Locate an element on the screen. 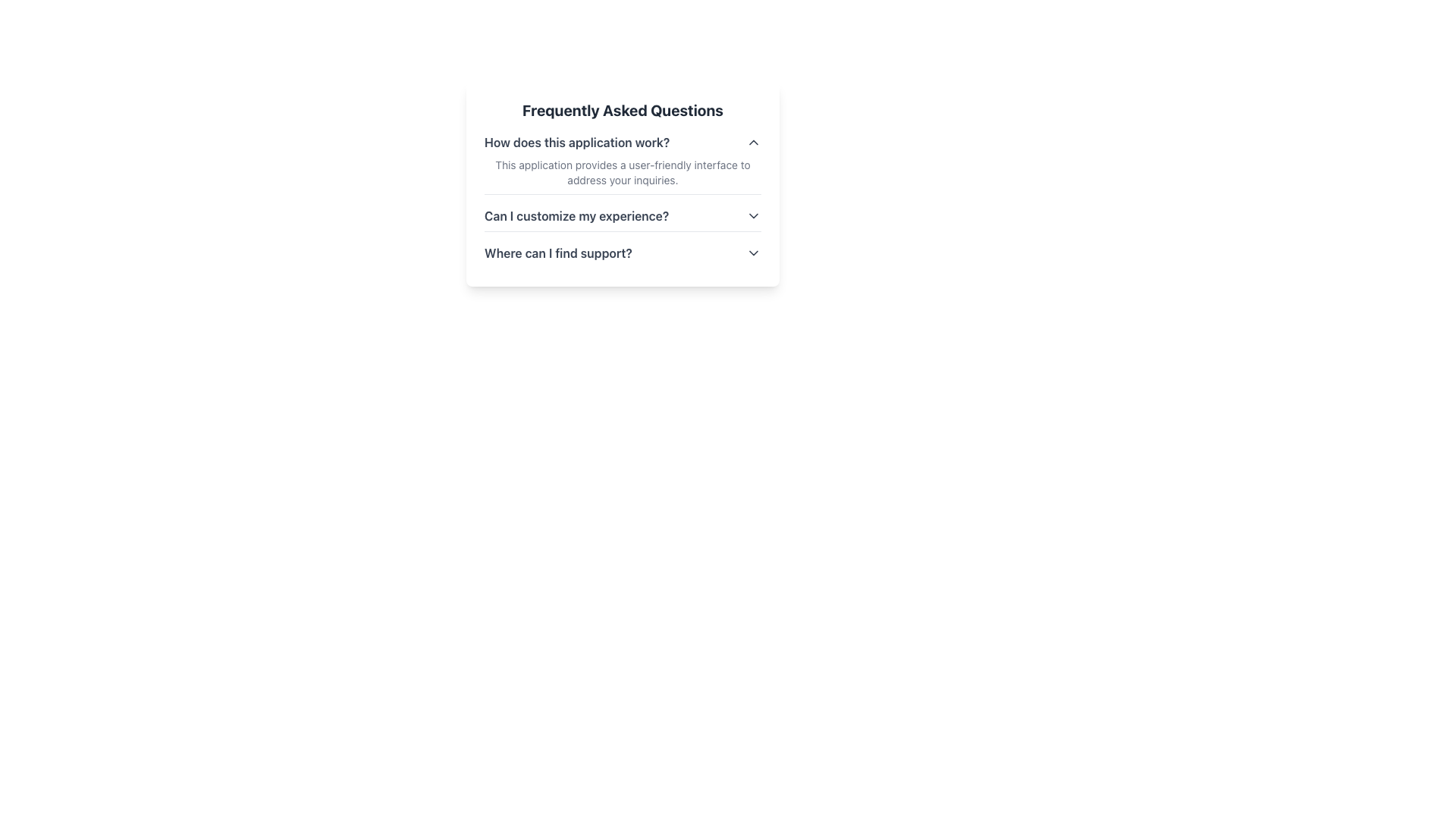  the descriptive text element located directly below the heading 'How does this application work?' in the FAQ section is located at coordinates (623, 171).